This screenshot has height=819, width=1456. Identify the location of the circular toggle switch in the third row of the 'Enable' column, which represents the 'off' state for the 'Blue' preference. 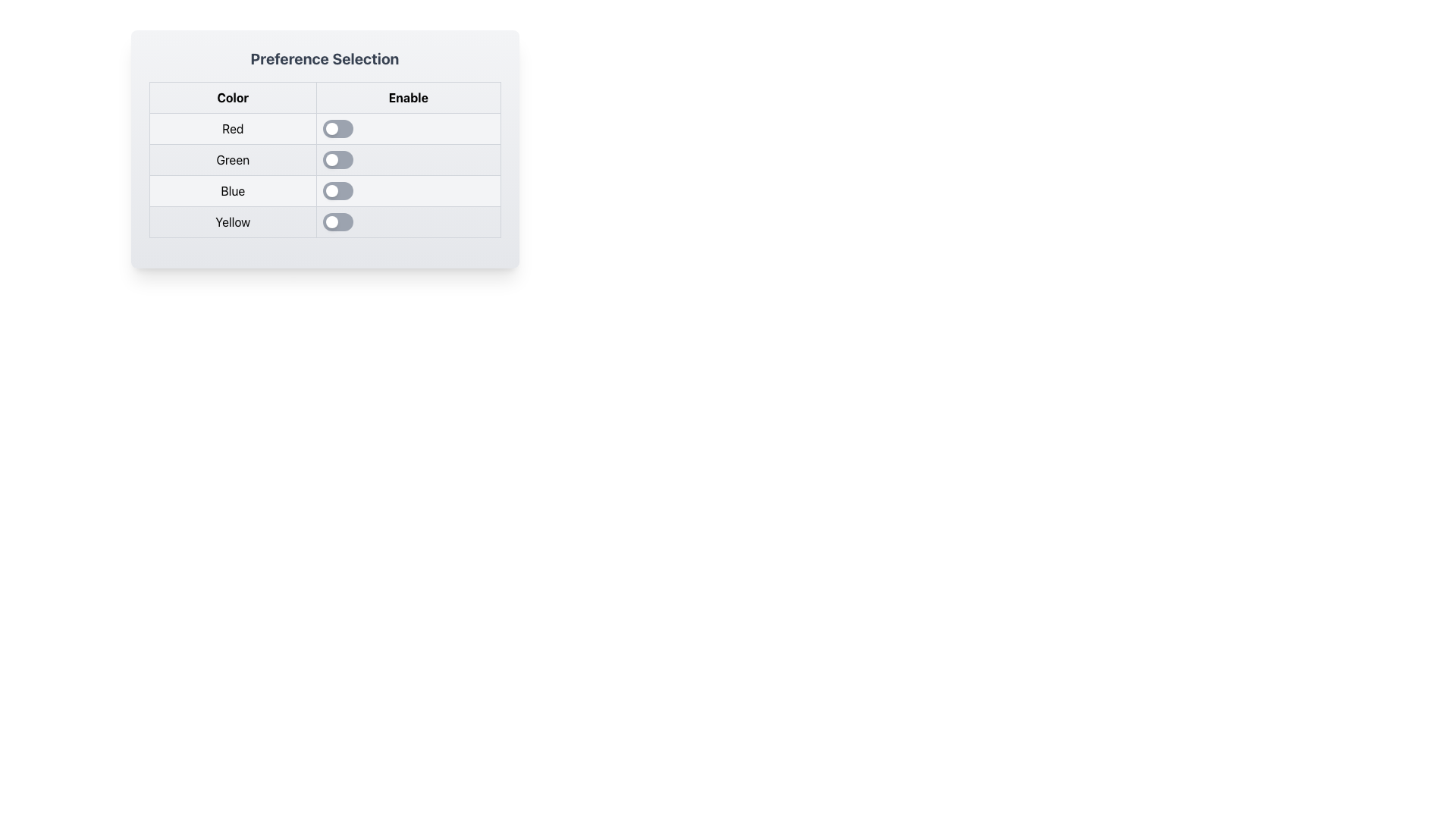
(331, 190).